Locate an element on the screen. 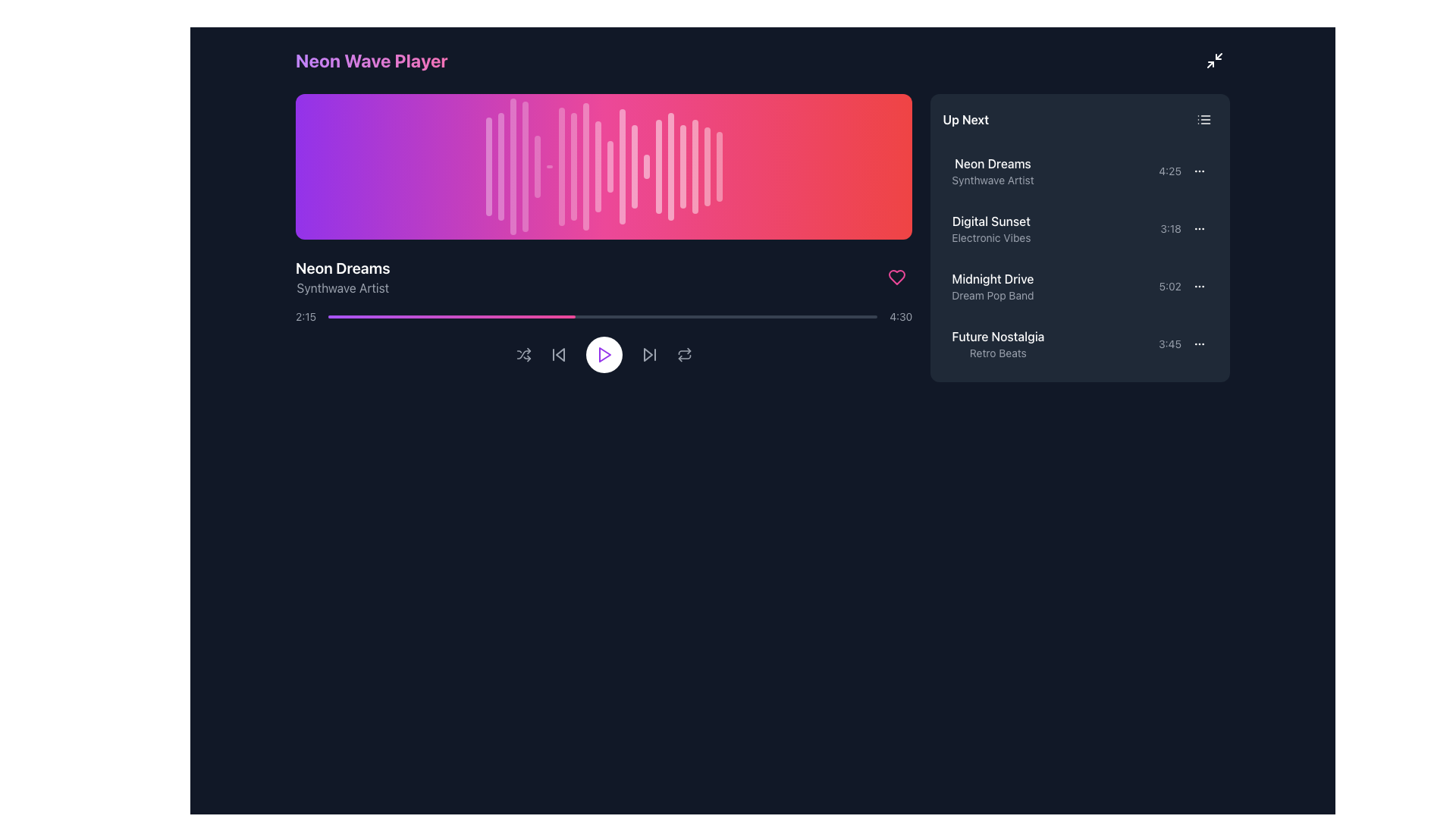 The image size is (1456, 819). the title of the second music track in the 'Up Next' section of the playlist interface, which is positioned between 'Neon Dreams' and 'Midnight Drive.' is located at coordinates (991, 221).